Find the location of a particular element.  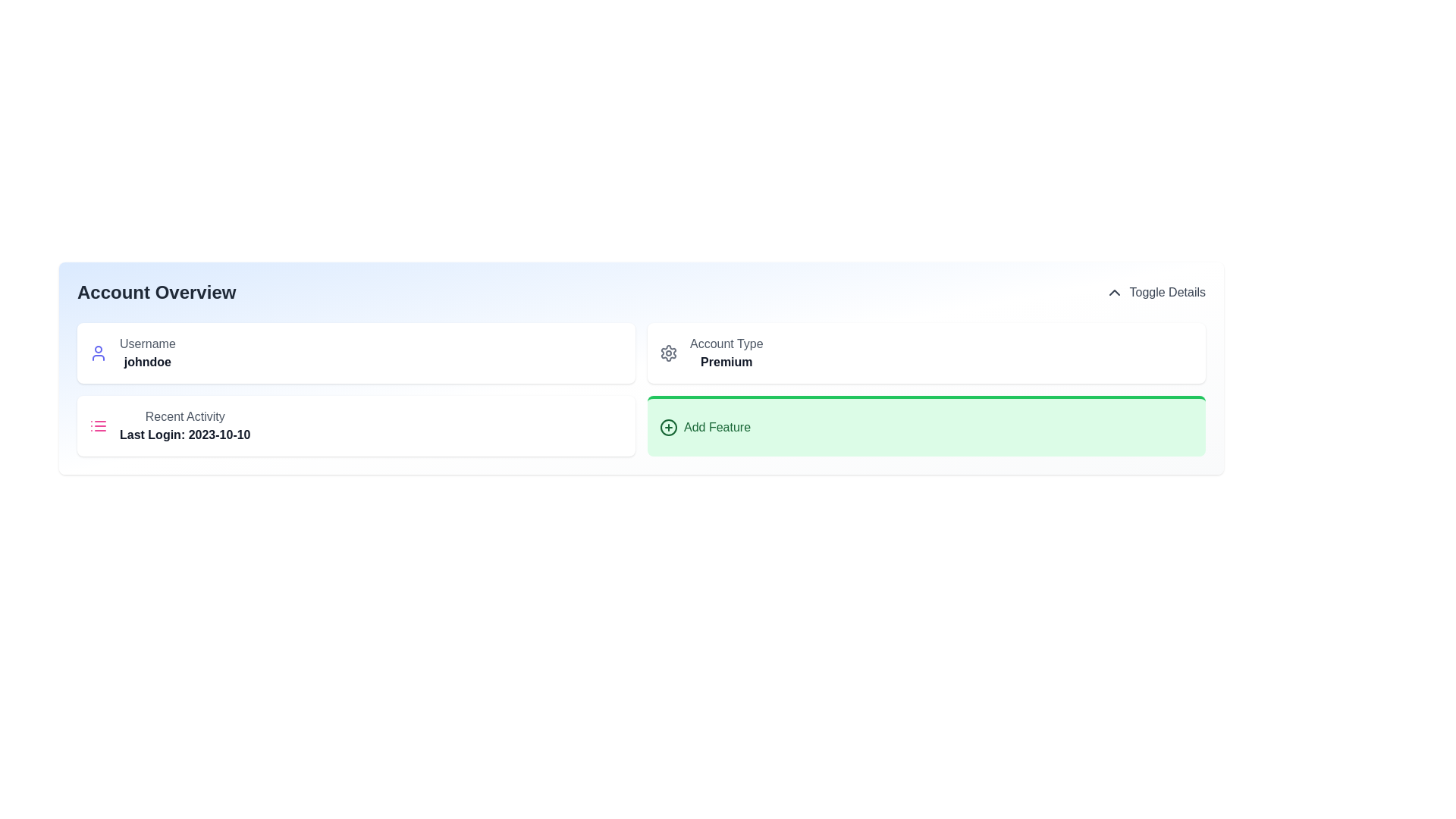

the static text label displaying 'johndoe', which is in dark gray, bold font and located below the 'Username' label in the user-profile section is located at coordinates (147, 362).